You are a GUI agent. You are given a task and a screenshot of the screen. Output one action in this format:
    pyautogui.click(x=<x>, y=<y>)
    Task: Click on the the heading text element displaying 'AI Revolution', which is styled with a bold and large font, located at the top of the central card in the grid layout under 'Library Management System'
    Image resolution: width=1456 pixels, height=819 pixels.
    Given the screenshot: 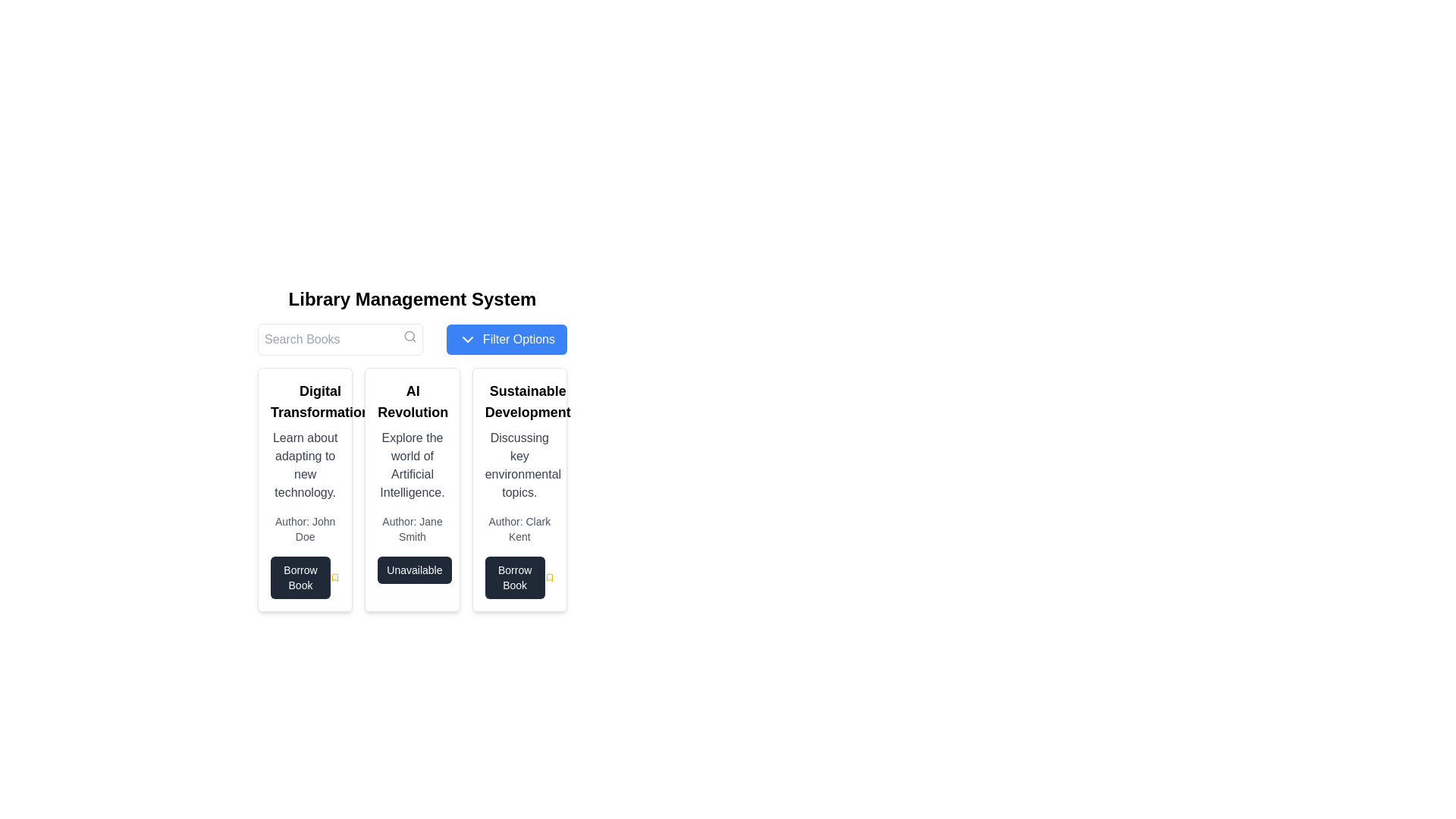 What is the action you would take?
    pyautogui.click(x=413, y=400)
    